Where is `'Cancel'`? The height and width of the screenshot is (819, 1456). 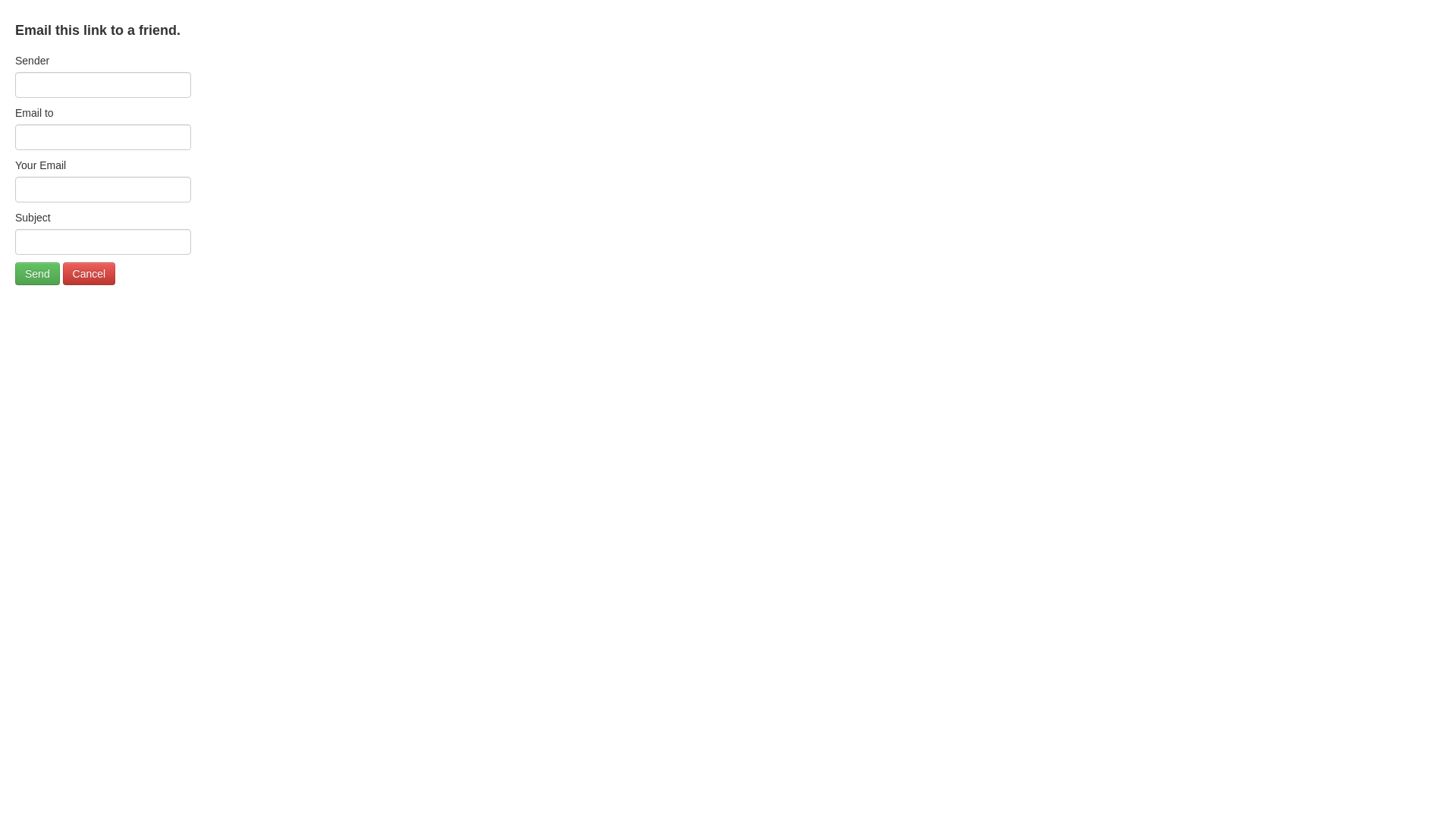 'Cancel' is located at coordinates (89, 274).